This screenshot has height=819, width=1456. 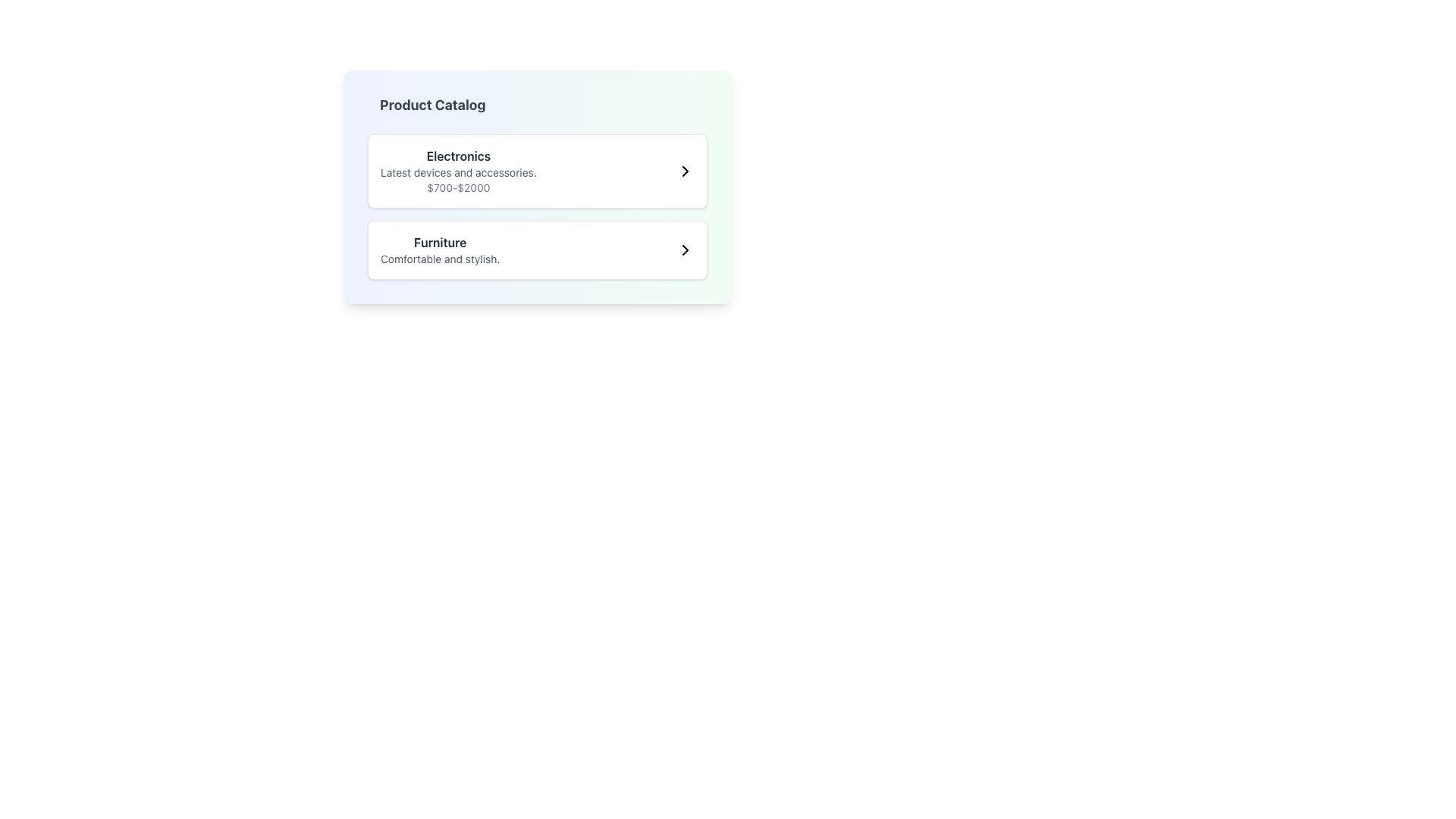 I want to click on the static text element displaying 'Furniture', styled in a medium-sized bold font and dark gray color, located near the top of its section, so click(x=439, y=242).